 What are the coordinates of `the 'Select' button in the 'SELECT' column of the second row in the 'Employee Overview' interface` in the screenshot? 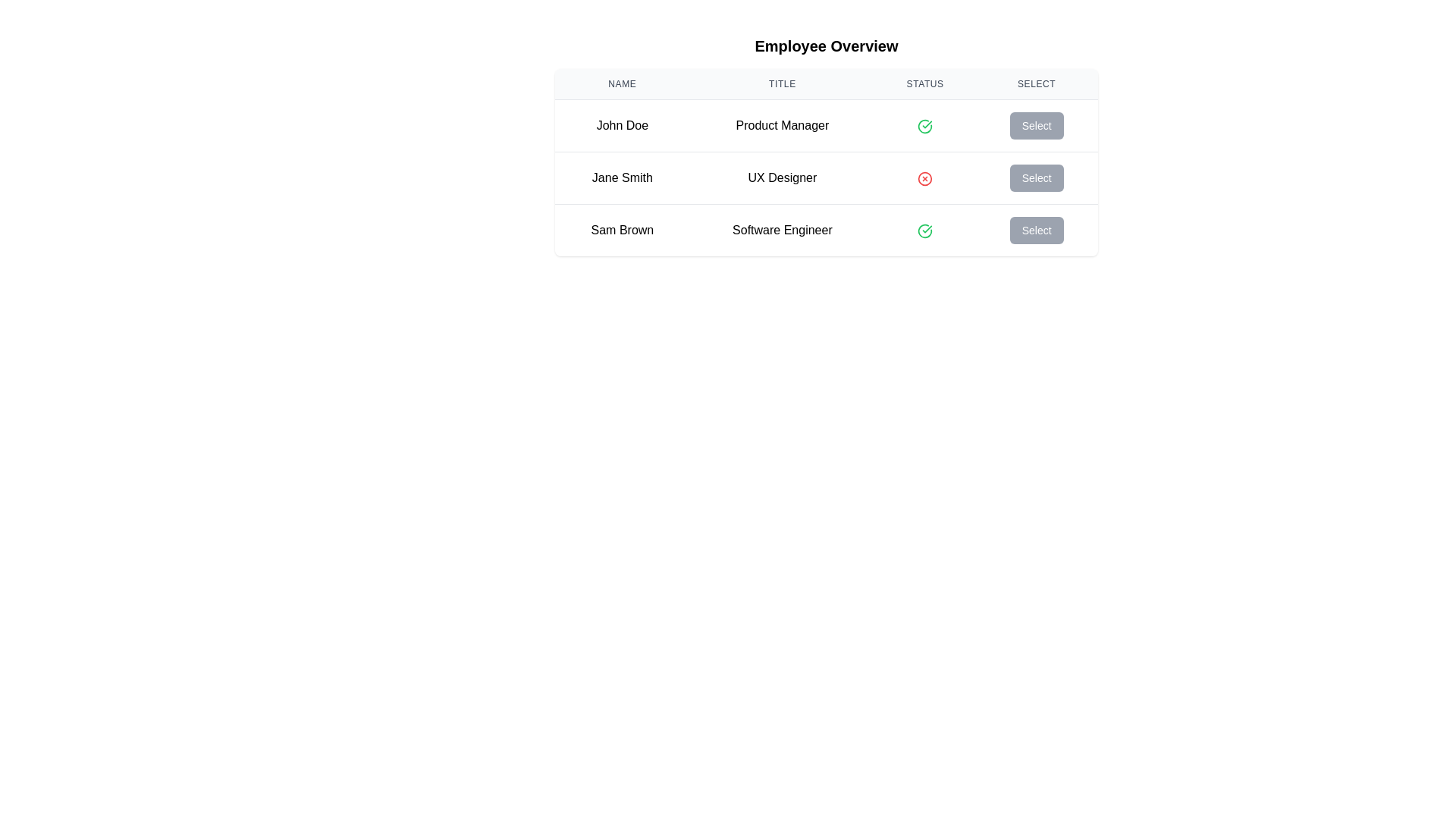 It's located at (1036, 177).